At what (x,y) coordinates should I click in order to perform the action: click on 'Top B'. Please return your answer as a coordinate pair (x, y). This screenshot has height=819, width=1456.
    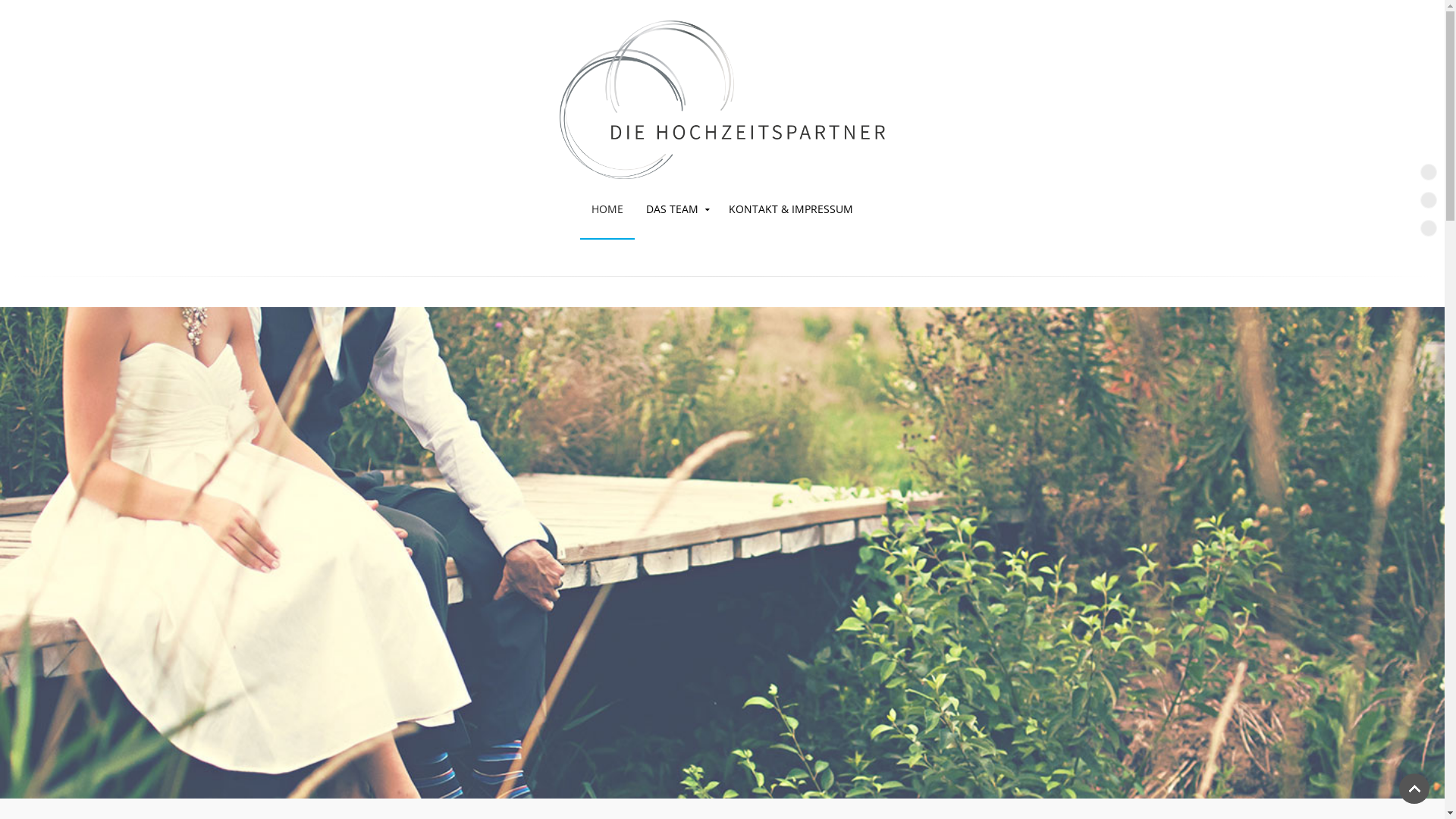
    Looking at the image, I should click on (1427, 199).